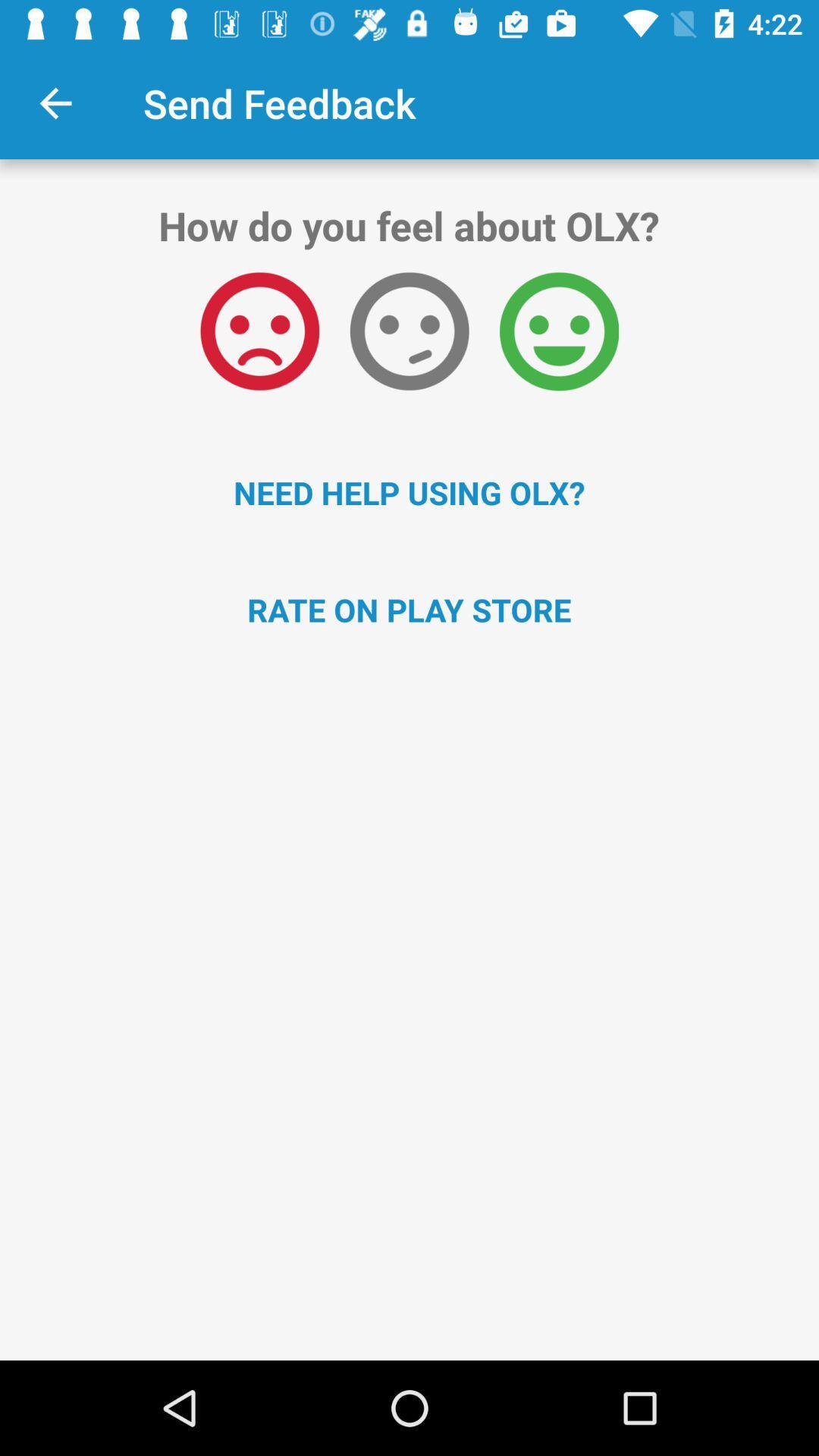  Describe the element at coordinates (259, 331) in the screenshot. I see `the icon below how do you icon` at that location.